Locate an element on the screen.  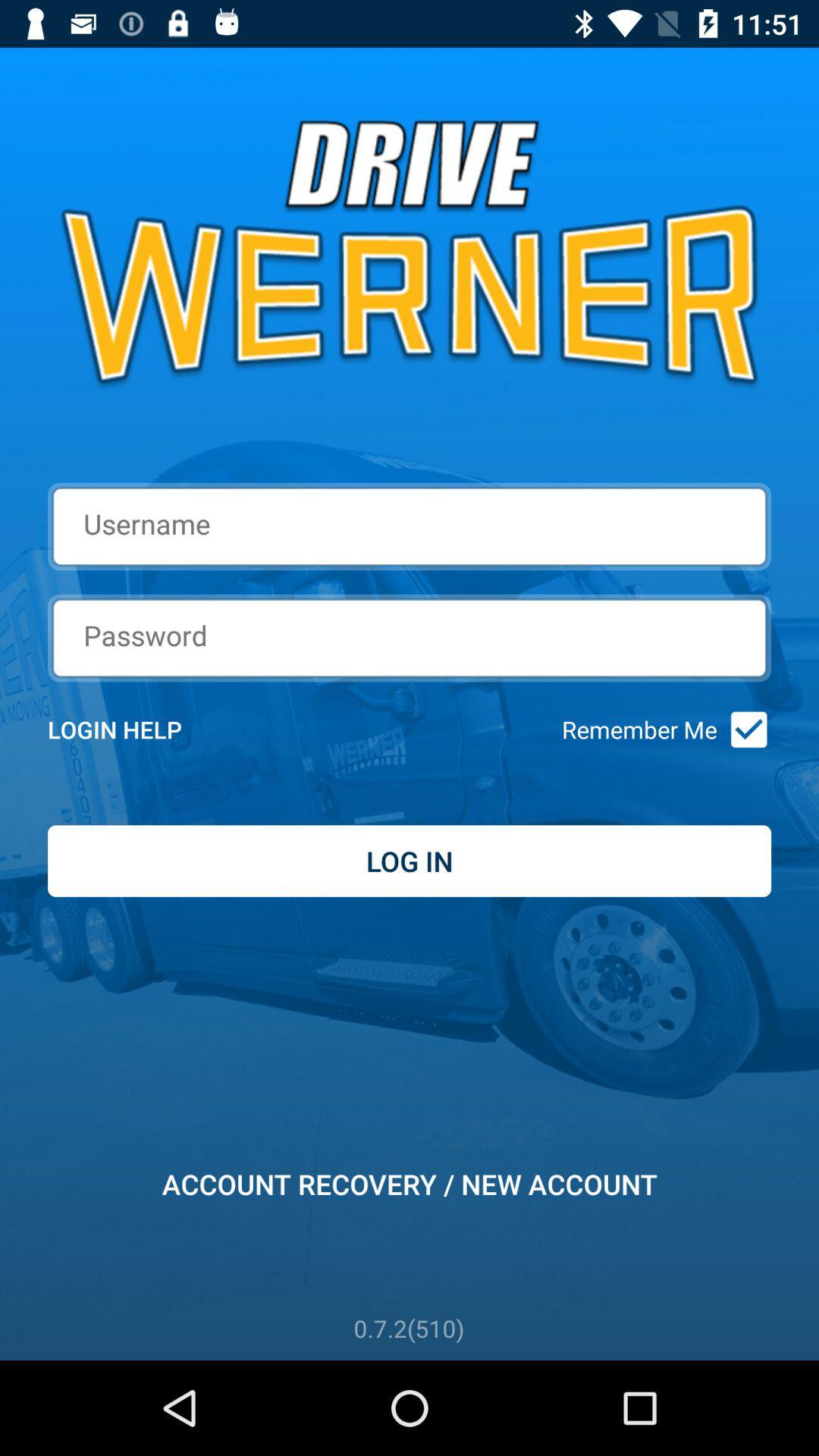
the log in icon is located at coordinates (409, 861).